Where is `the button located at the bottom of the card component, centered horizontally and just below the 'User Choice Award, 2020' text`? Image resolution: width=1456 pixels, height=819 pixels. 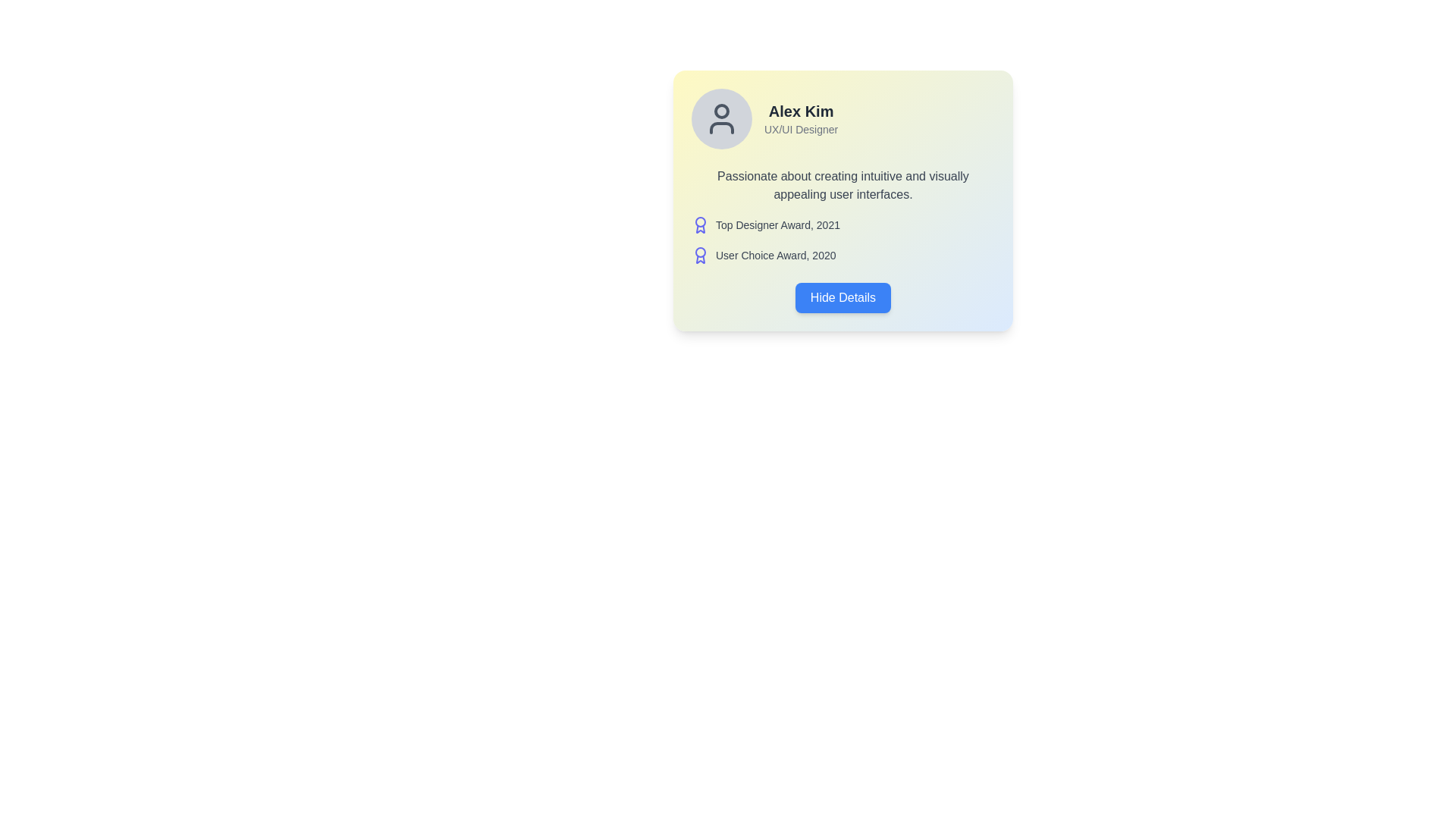
the button located at the bottom of the card component, centered horizontally and just below the 'User Choice Award, 2020' text is located at coordinates (843, 298).